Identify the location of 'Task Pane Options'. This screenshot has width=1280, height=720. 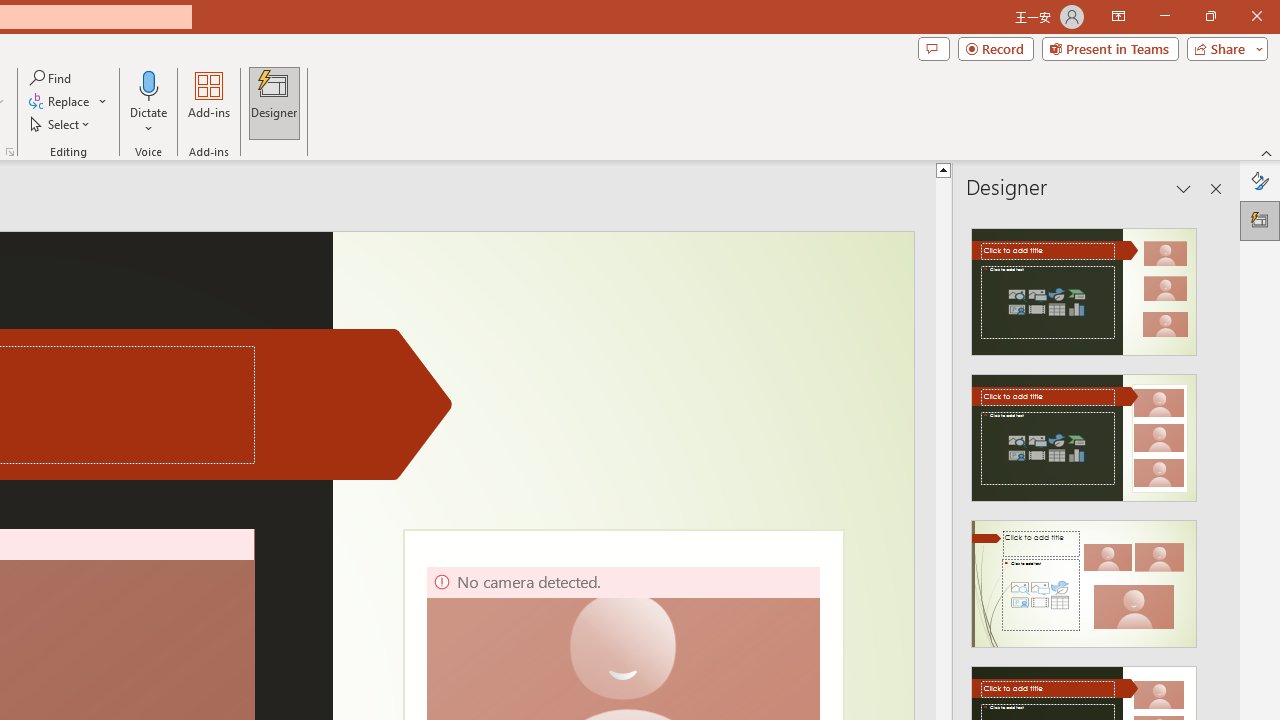
(1184, 189).